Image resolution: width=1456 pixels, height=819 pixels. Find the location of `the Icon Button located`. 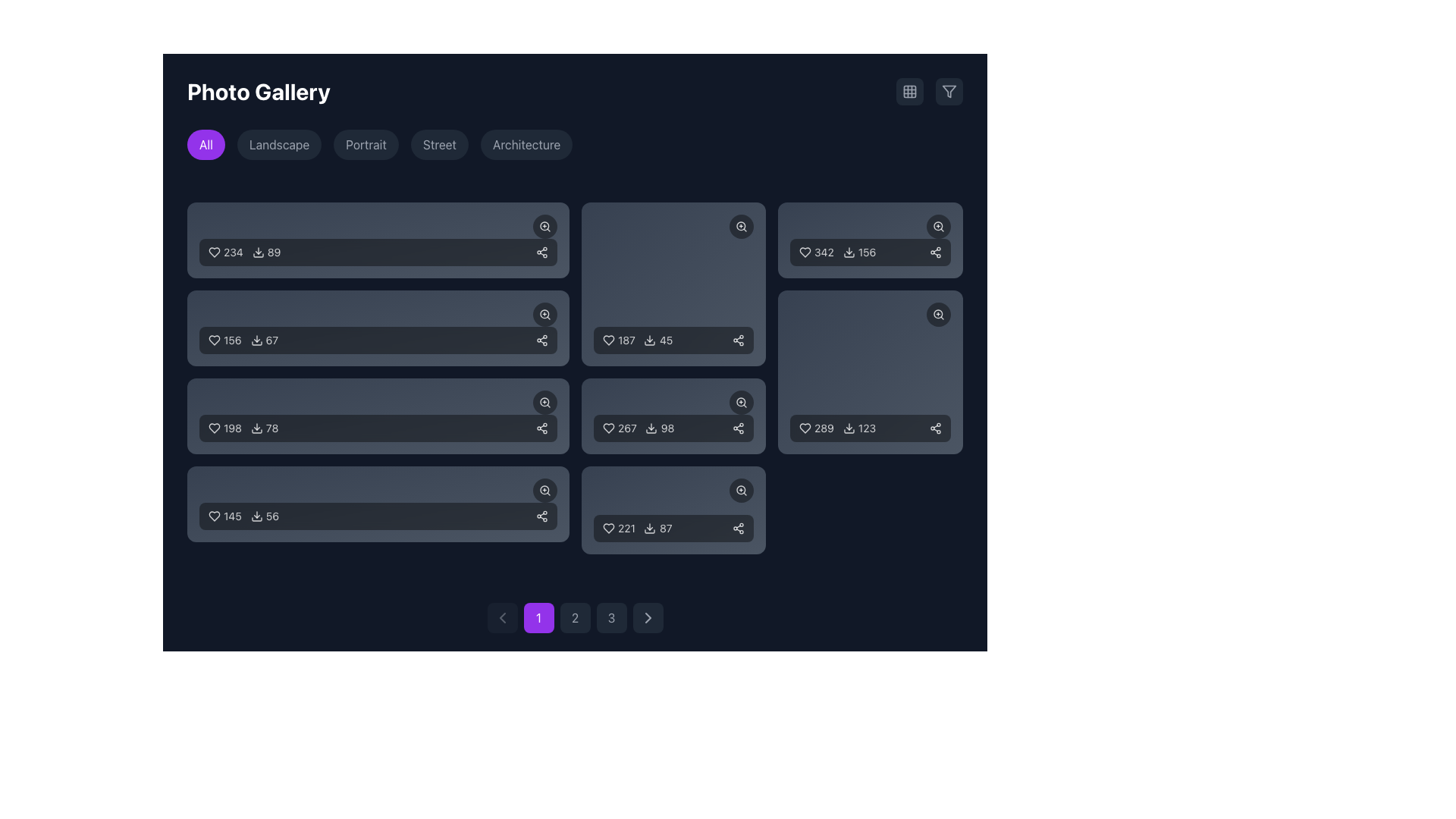

the Icon Button located is located at coordinates (541, 428).